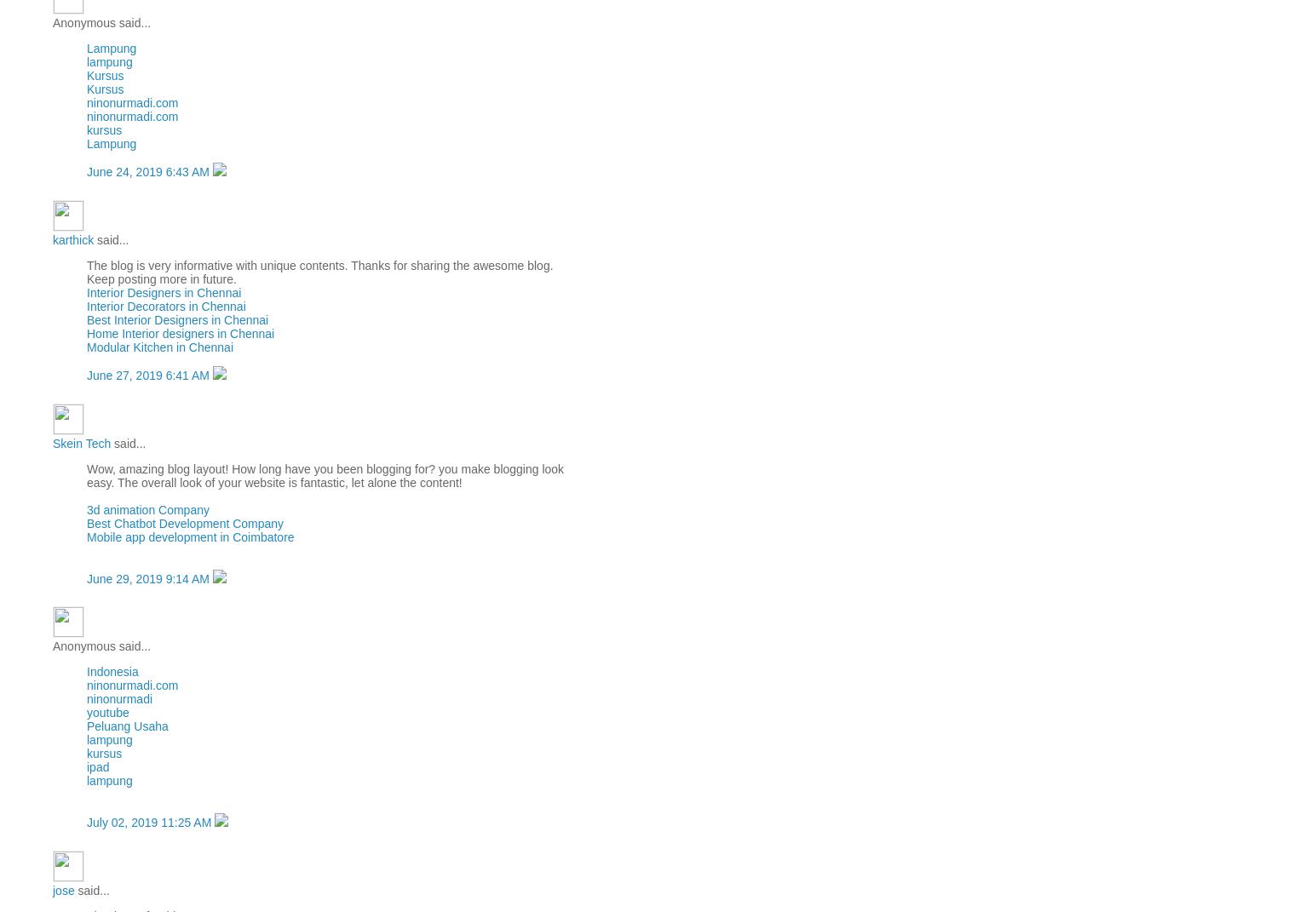 The height and width of the screenshot is (912, 1316). Describe the element at coordinates (126, 726) in the screenshot. I see `'Peluang Usaha'` at that location.